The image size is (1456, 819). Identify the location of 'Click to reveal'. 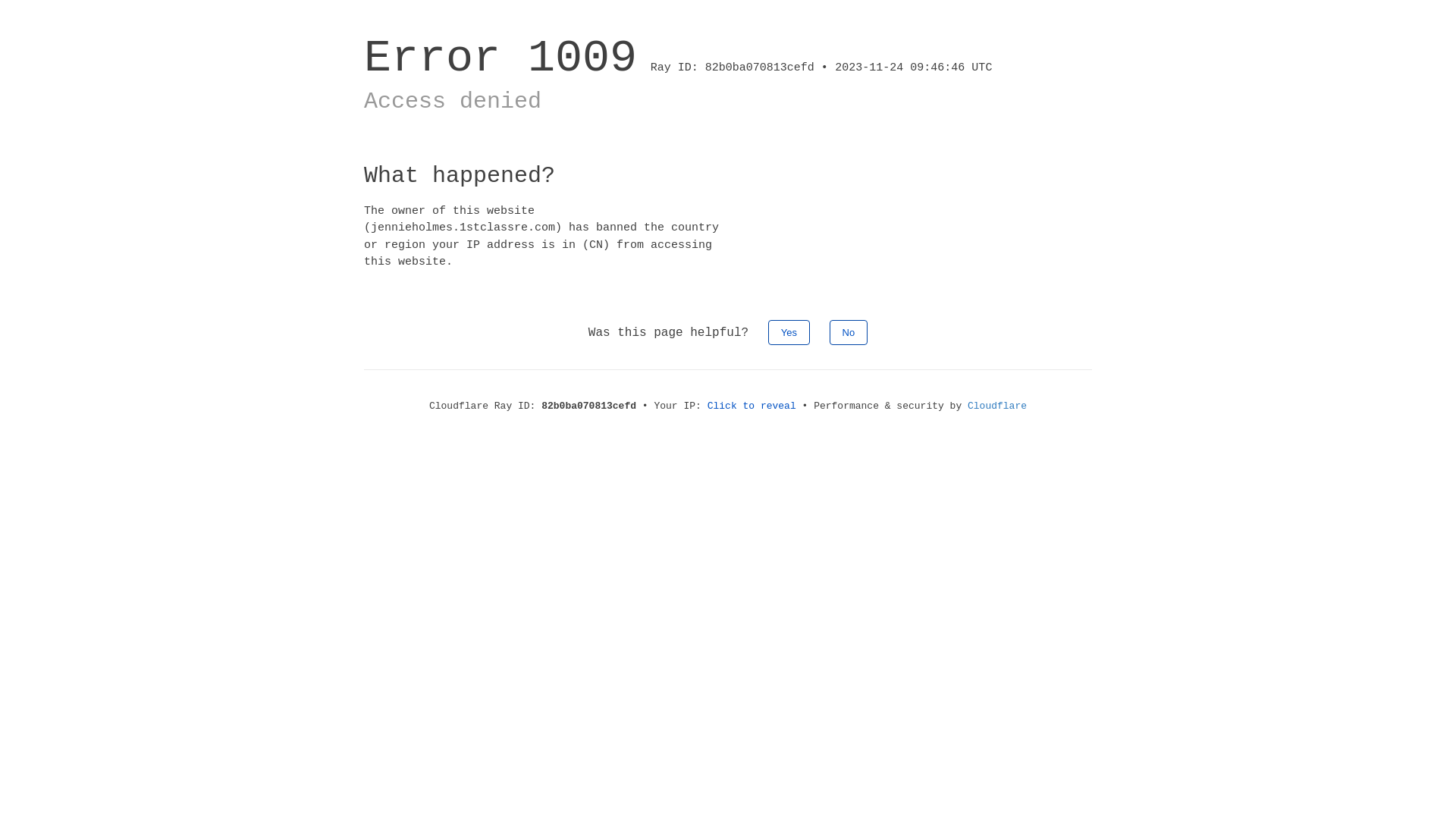
(752, 405).